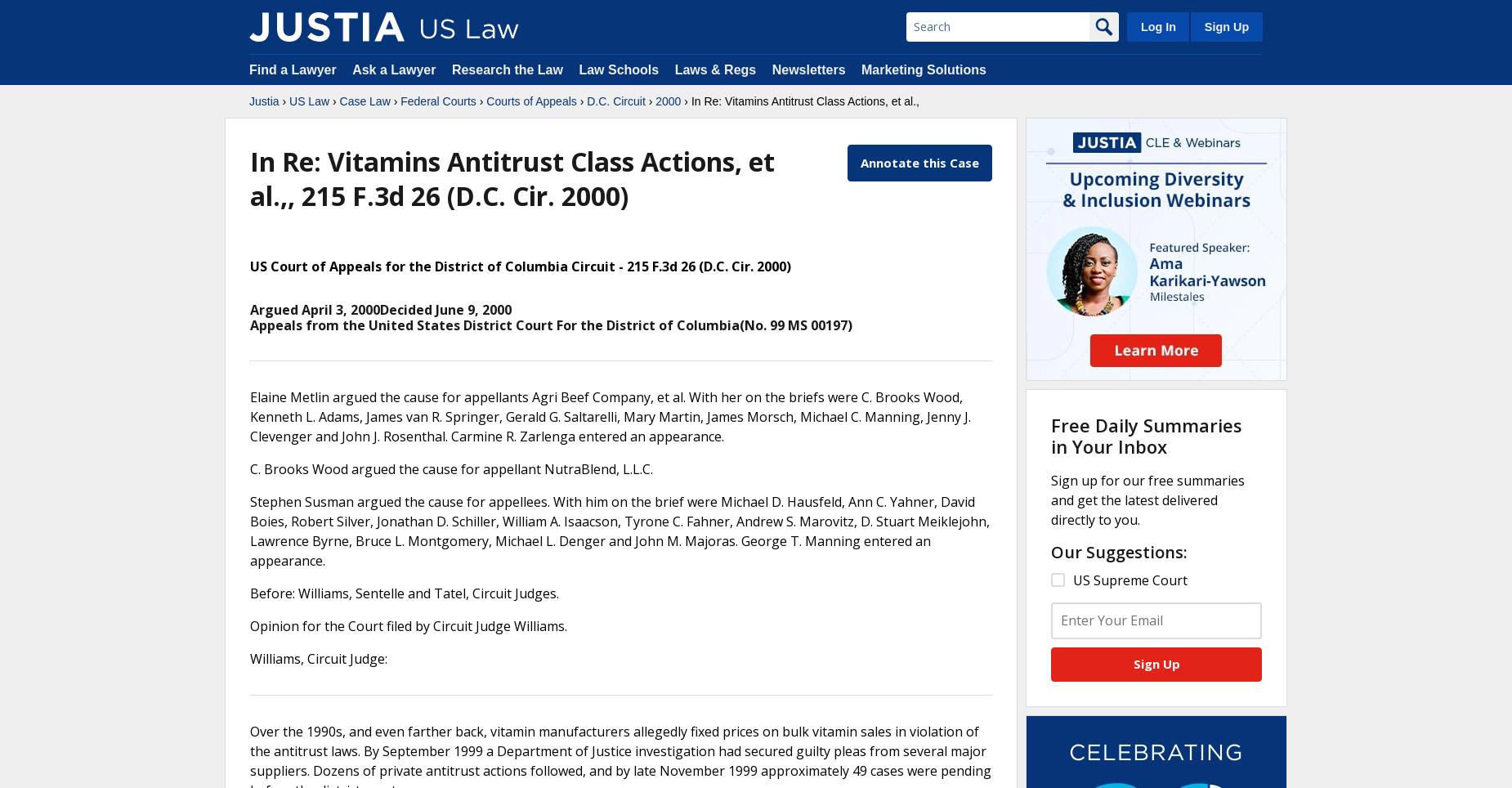  What do you see at coordinates (520, 266) in the screenshot?
I see `'US Court of Appeals for the District of Columbia Circuit
											- 215 F.3d 26 (D.C. Cir. 2000)'` at bounding box center [520, 266].